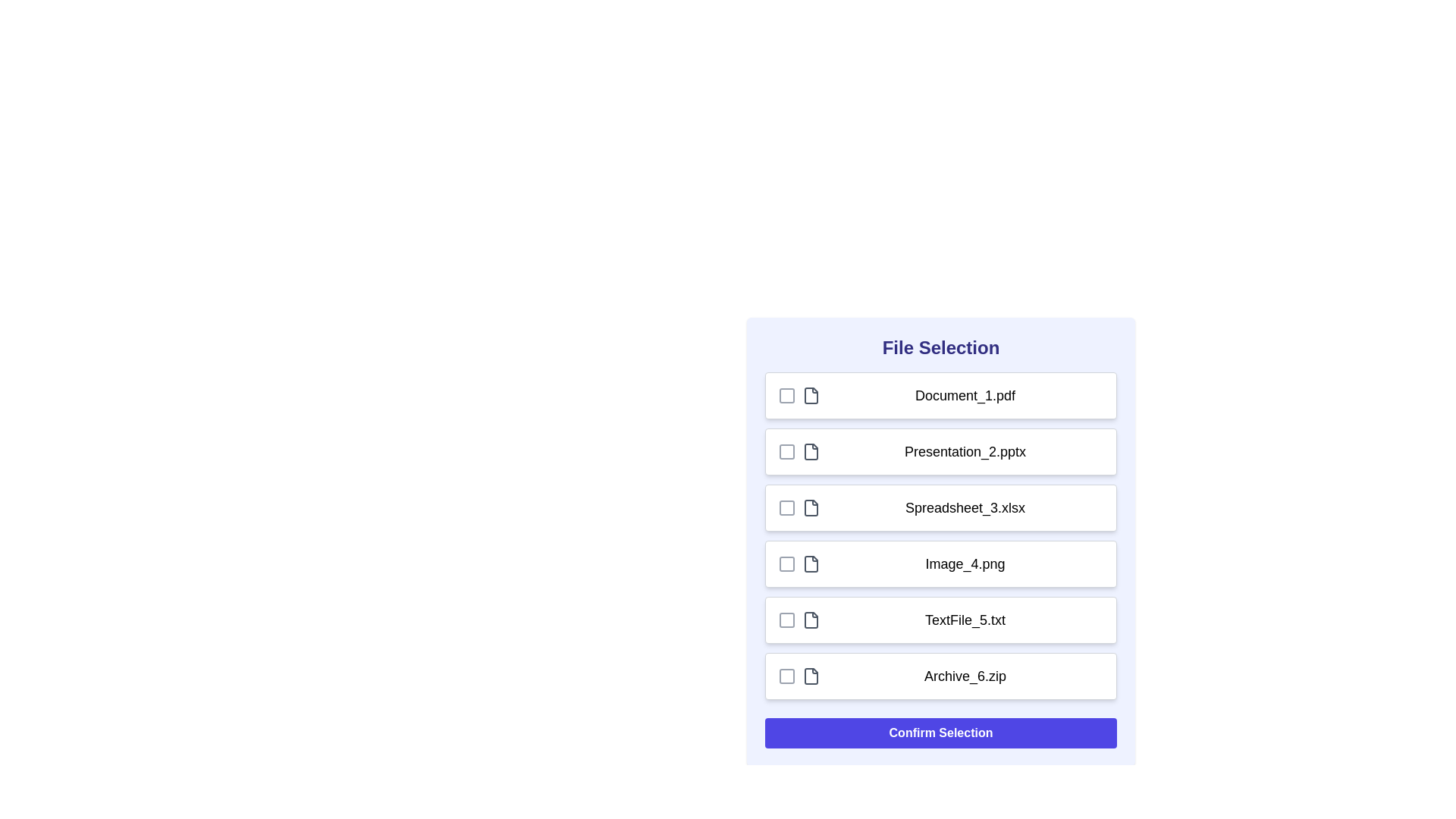 This screenshot has height=819, width=1456. What do you see at coordinates (940, 451) in the screenshot?
I see `the file row corresponding to Presentation_2.pptx` at bounding box center [940, 451].